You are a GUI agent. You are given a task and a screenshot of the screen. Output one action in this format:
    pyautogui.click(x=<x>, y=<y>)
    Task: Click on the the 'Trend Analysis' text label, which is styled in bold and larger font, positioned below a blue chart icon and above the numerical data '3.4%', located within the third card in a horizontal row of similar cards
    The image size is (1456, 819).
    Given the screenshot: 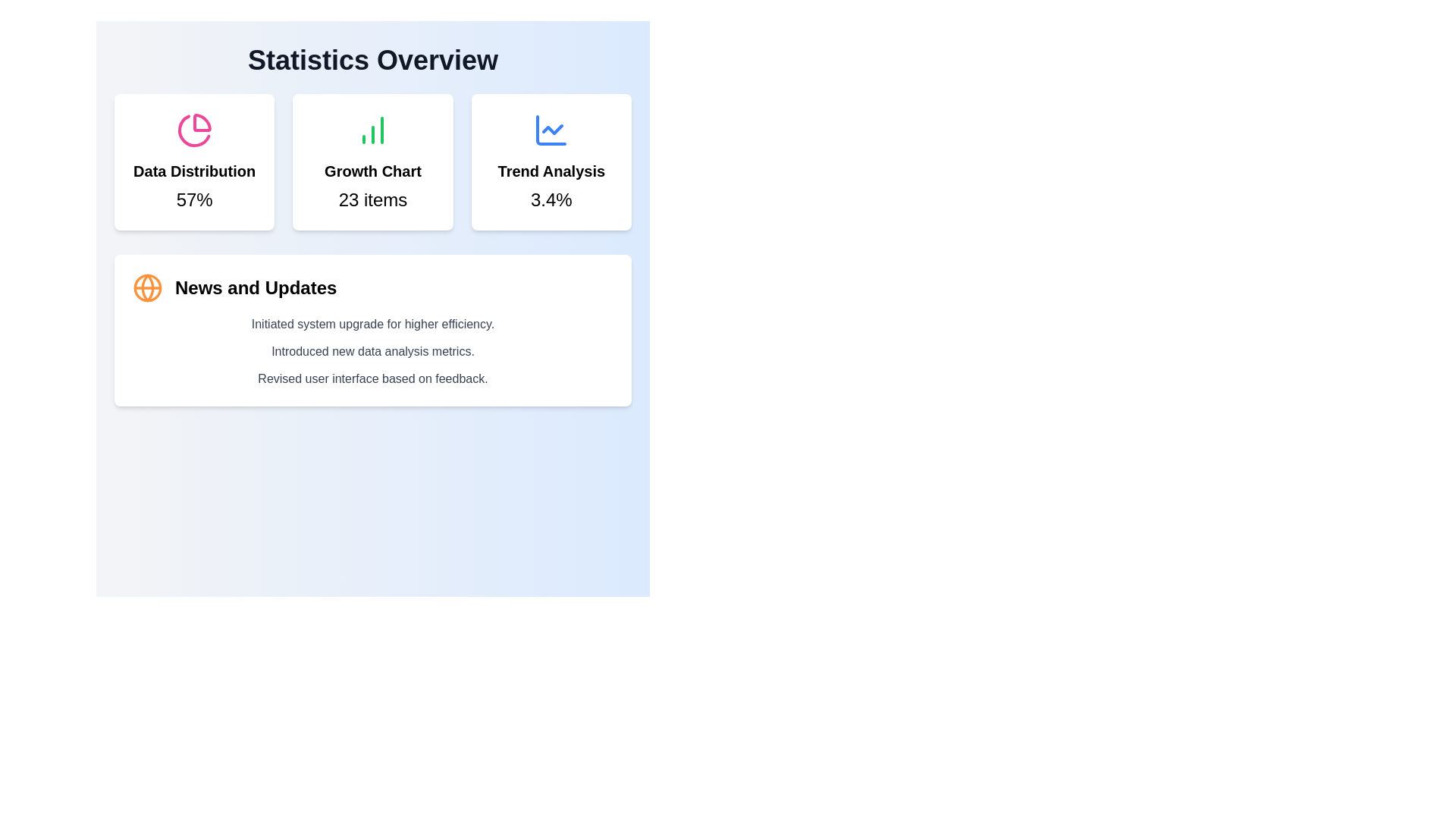 What is the action you would take?
    pyautogui.click(x=551, y=171)
    